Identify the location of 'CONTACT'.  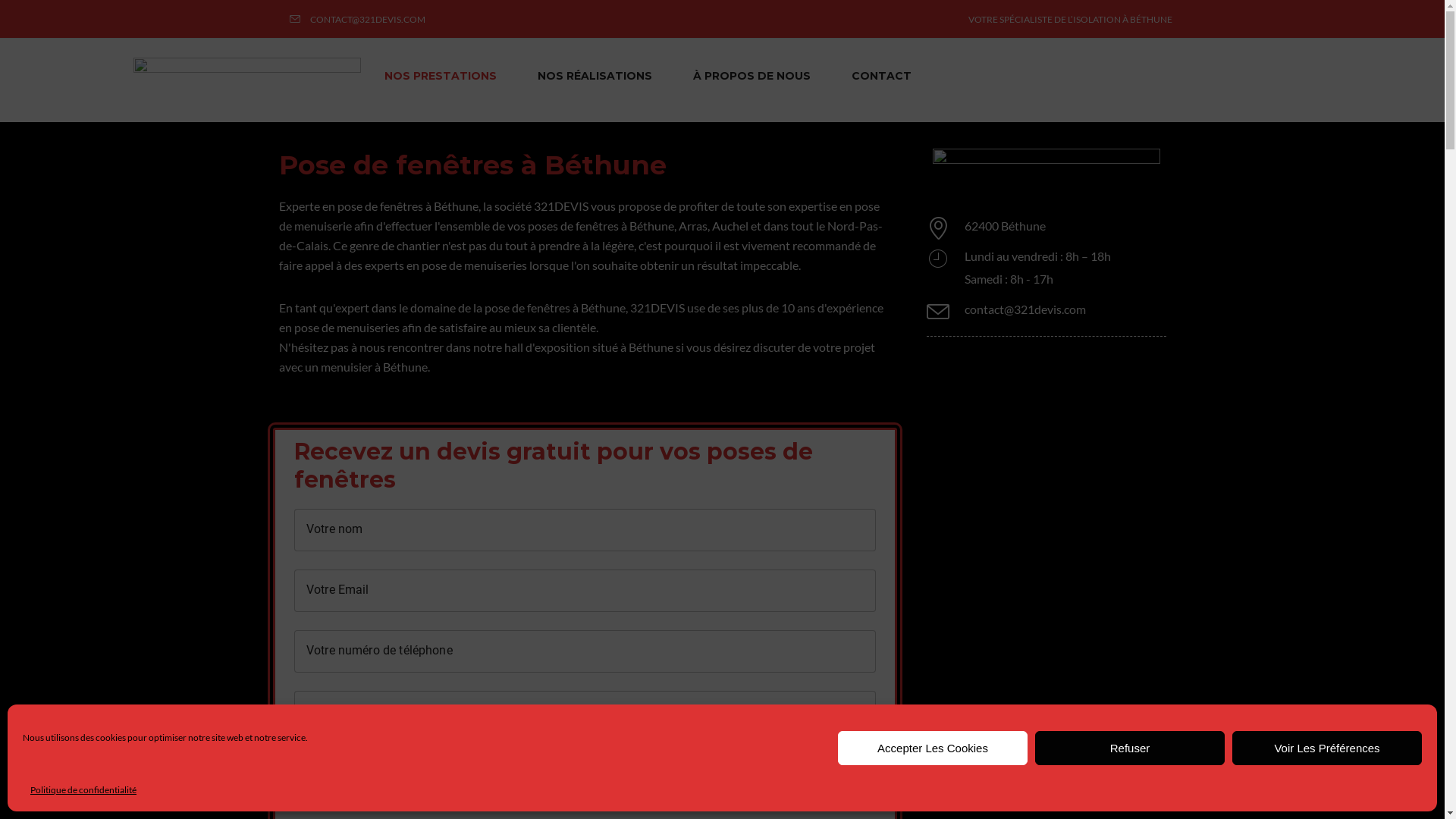
(881, 76).